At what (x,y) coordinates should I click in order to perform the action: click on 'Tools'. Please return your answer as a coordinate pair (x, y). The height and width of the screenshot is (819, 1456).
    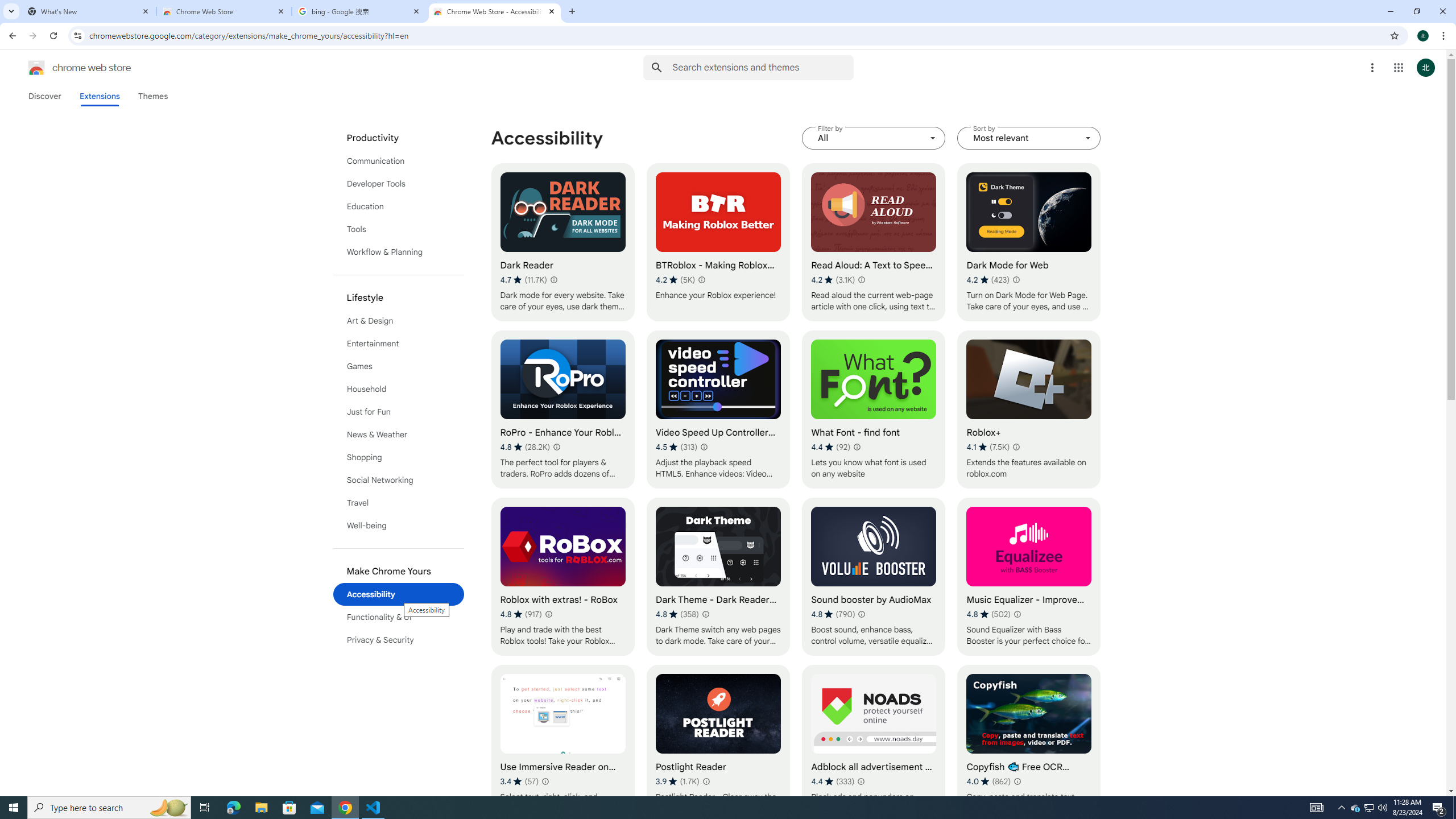
    Looking at the image, I should click on (399, 229).